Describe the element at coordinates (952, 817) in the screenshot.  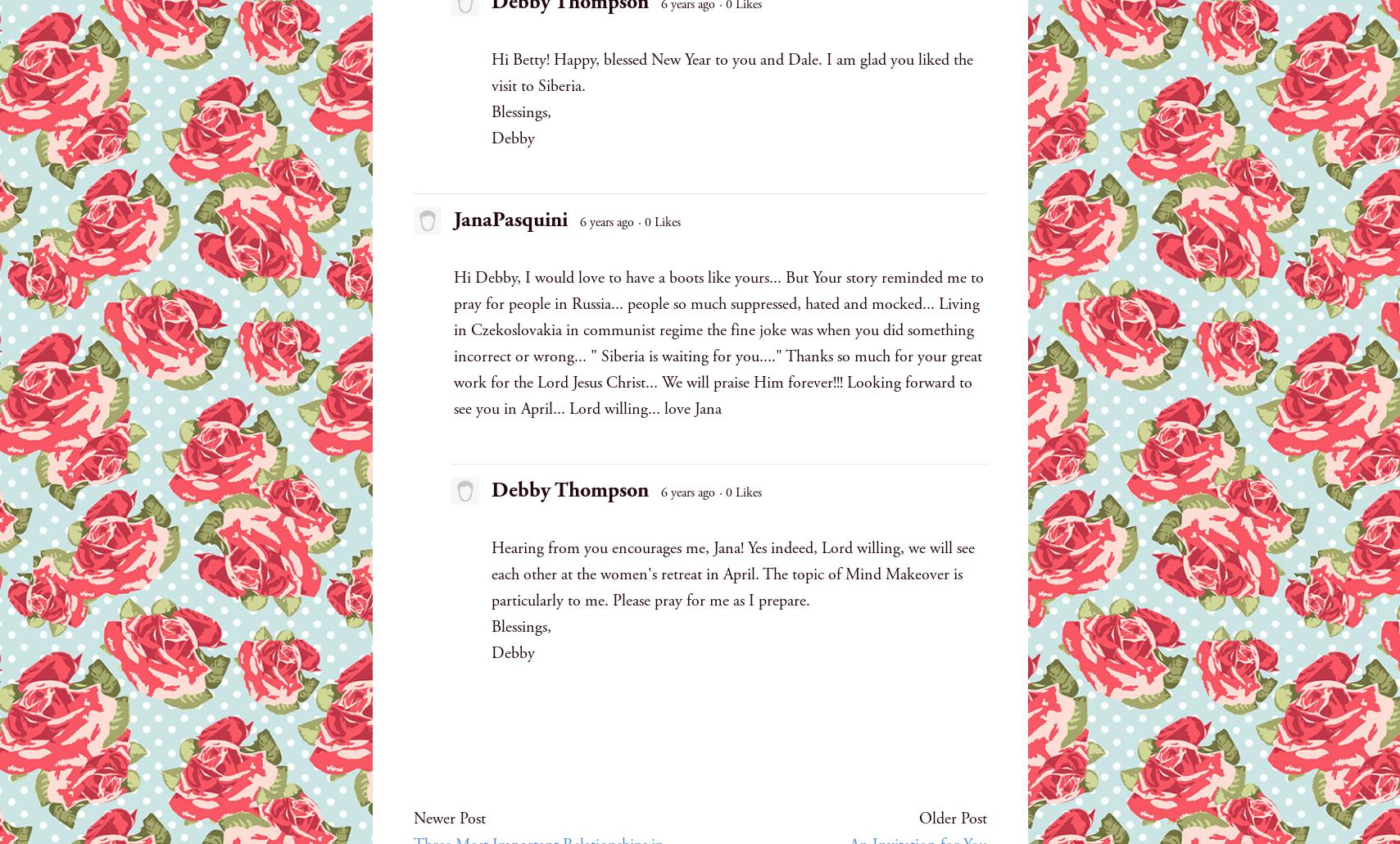
I see `'Older Post'` at that location.